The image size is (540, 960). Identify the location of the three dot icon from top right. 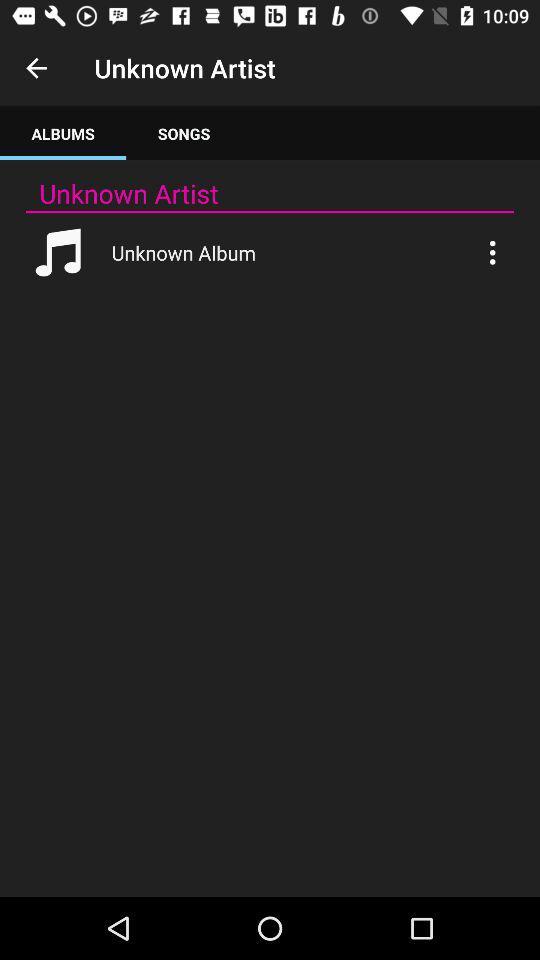
(491, 251).